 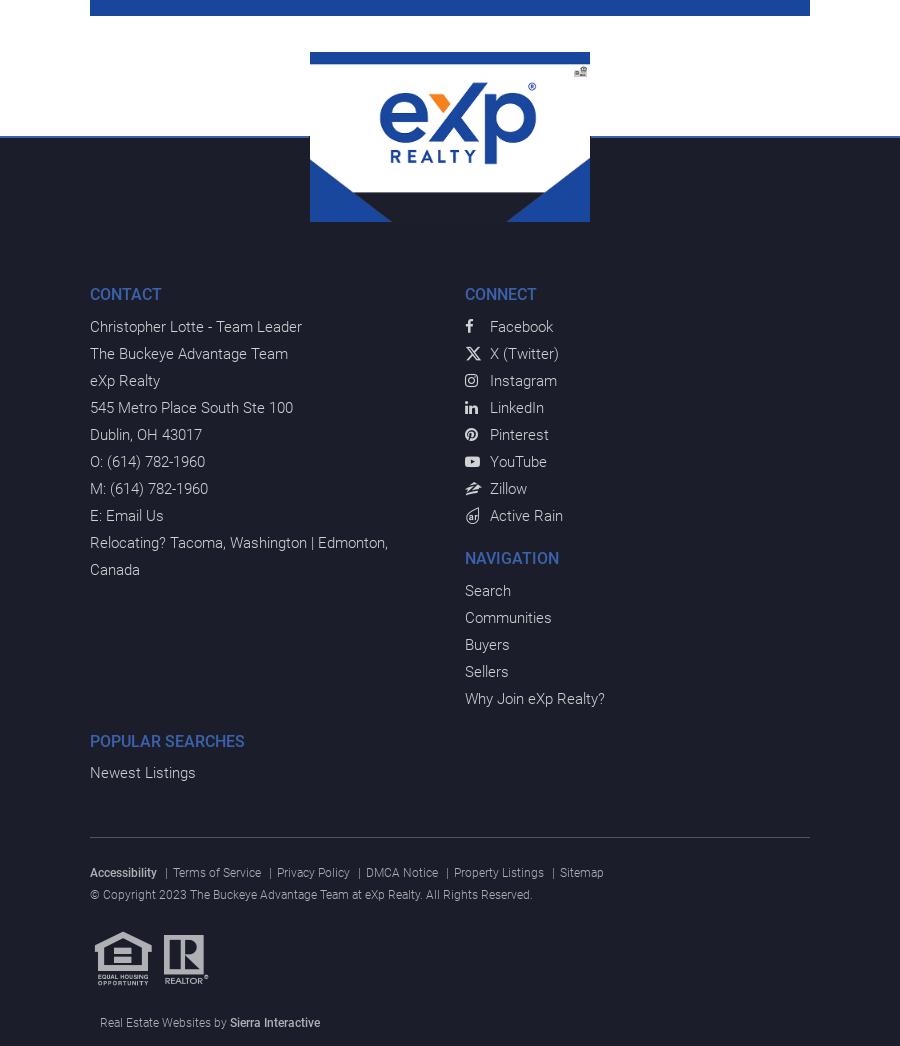 What do you see at coordinates (525, 515) in the screenshot?
I see `'Active Rain'` at bounding box center [525, 515].